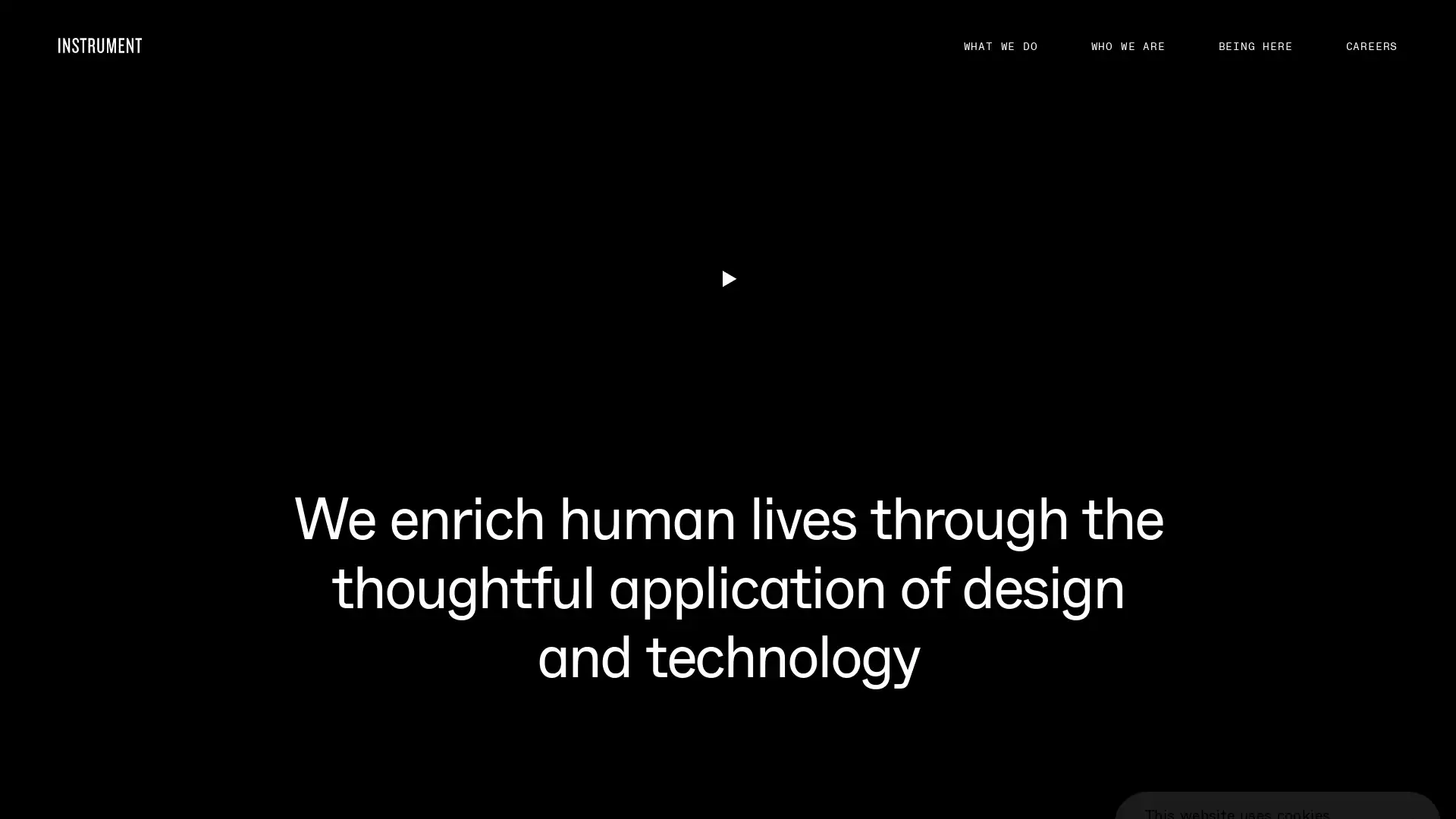  Describe the element at coordinates (726, 654) in the screenshot. I see `Play Video` at that location.